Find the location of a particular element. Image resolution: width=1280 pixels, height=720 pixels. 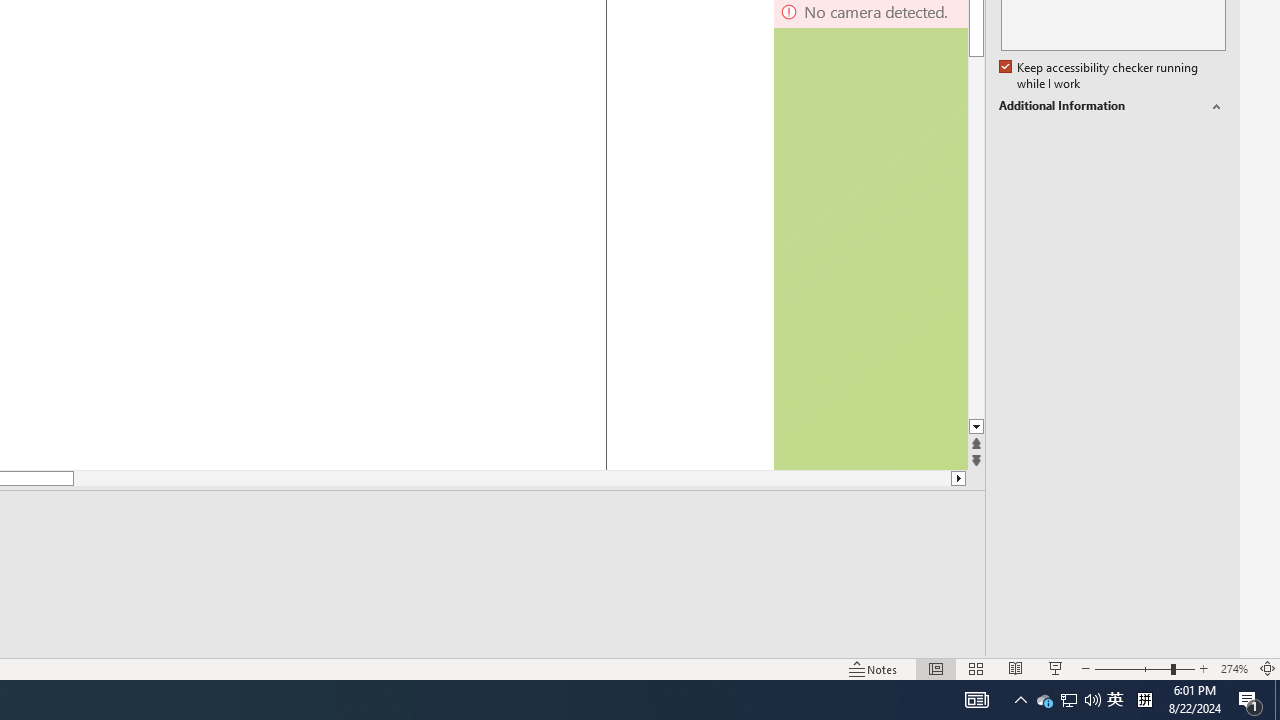

'Zoom 274%' is located at coordinates (1233, 669).